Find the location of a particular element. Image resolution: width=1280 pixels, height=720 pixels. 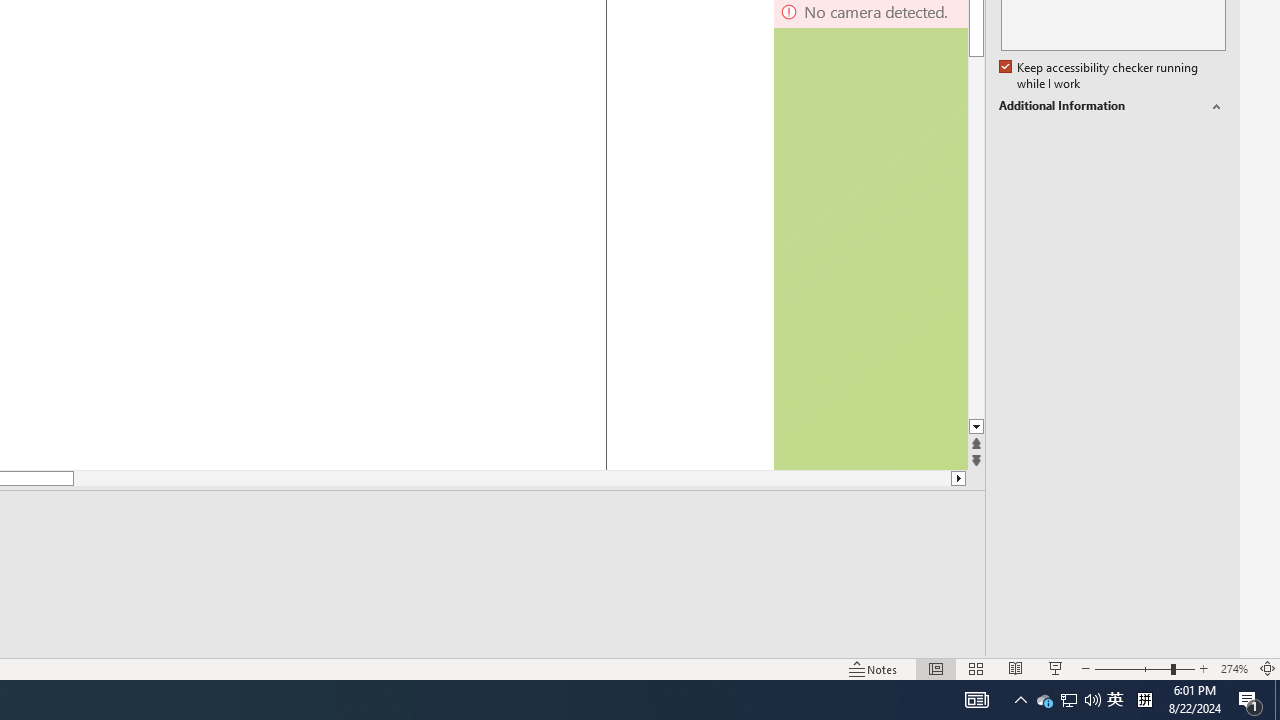

'Zoom 274%' is located at coordinates (1233, 669).